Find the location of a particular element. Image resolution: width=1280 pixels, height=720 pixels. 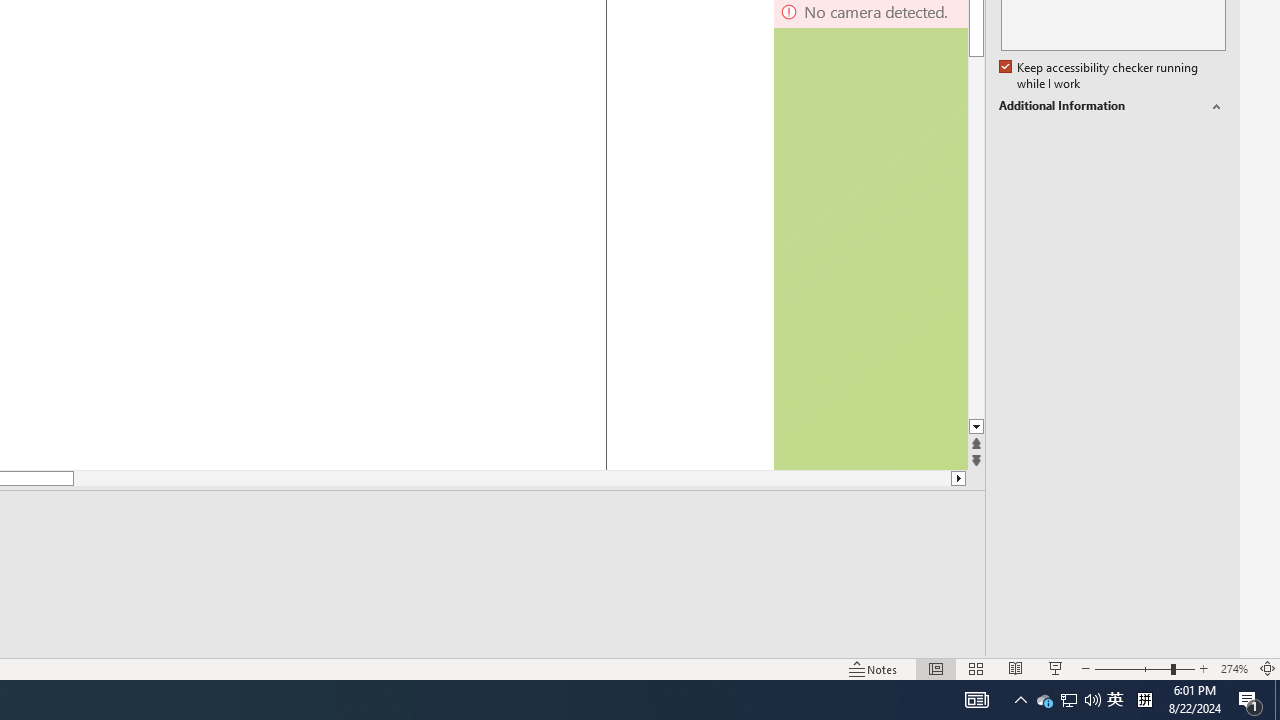

'Zoom 274%' is located at coordinates (1233, 669).